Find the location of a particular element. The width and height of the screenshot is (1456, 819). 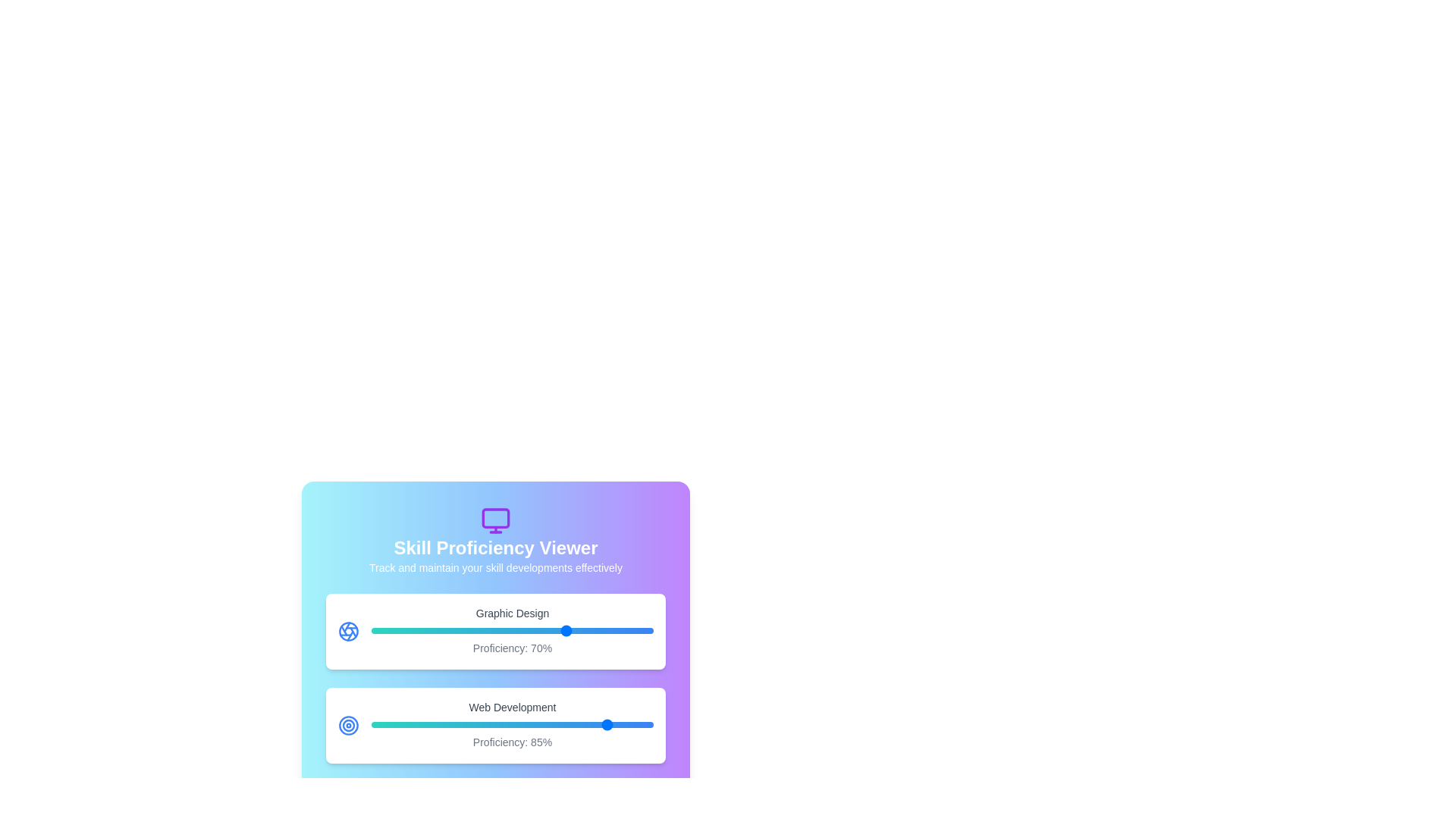

the icon next to Web Development to interact is located at coordinates (348, 724).